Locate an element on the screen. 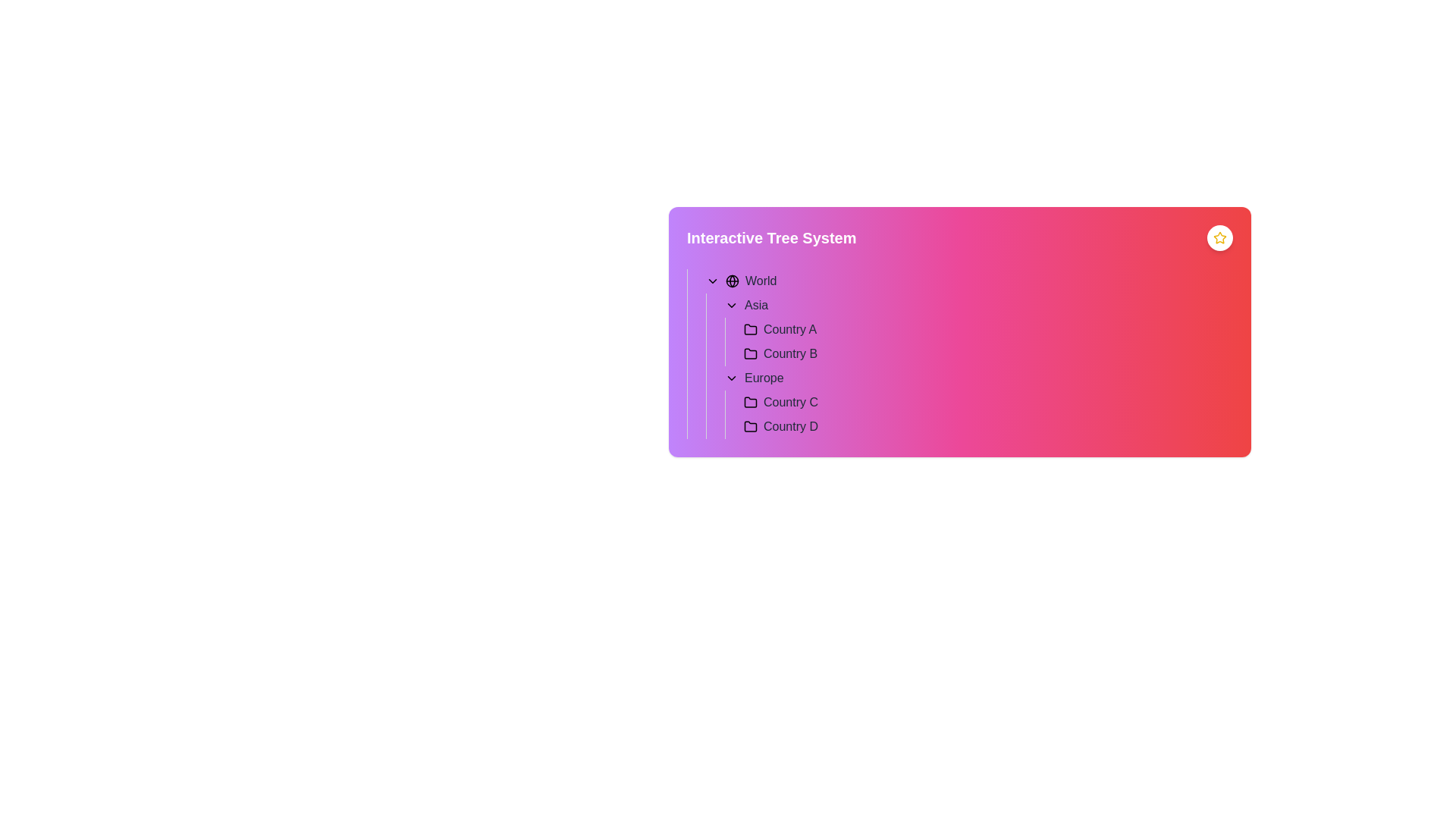 This screenshot has height=819, width=1456. the first Tree Item under the 'Europe' section is located at coordinates (979, 402).